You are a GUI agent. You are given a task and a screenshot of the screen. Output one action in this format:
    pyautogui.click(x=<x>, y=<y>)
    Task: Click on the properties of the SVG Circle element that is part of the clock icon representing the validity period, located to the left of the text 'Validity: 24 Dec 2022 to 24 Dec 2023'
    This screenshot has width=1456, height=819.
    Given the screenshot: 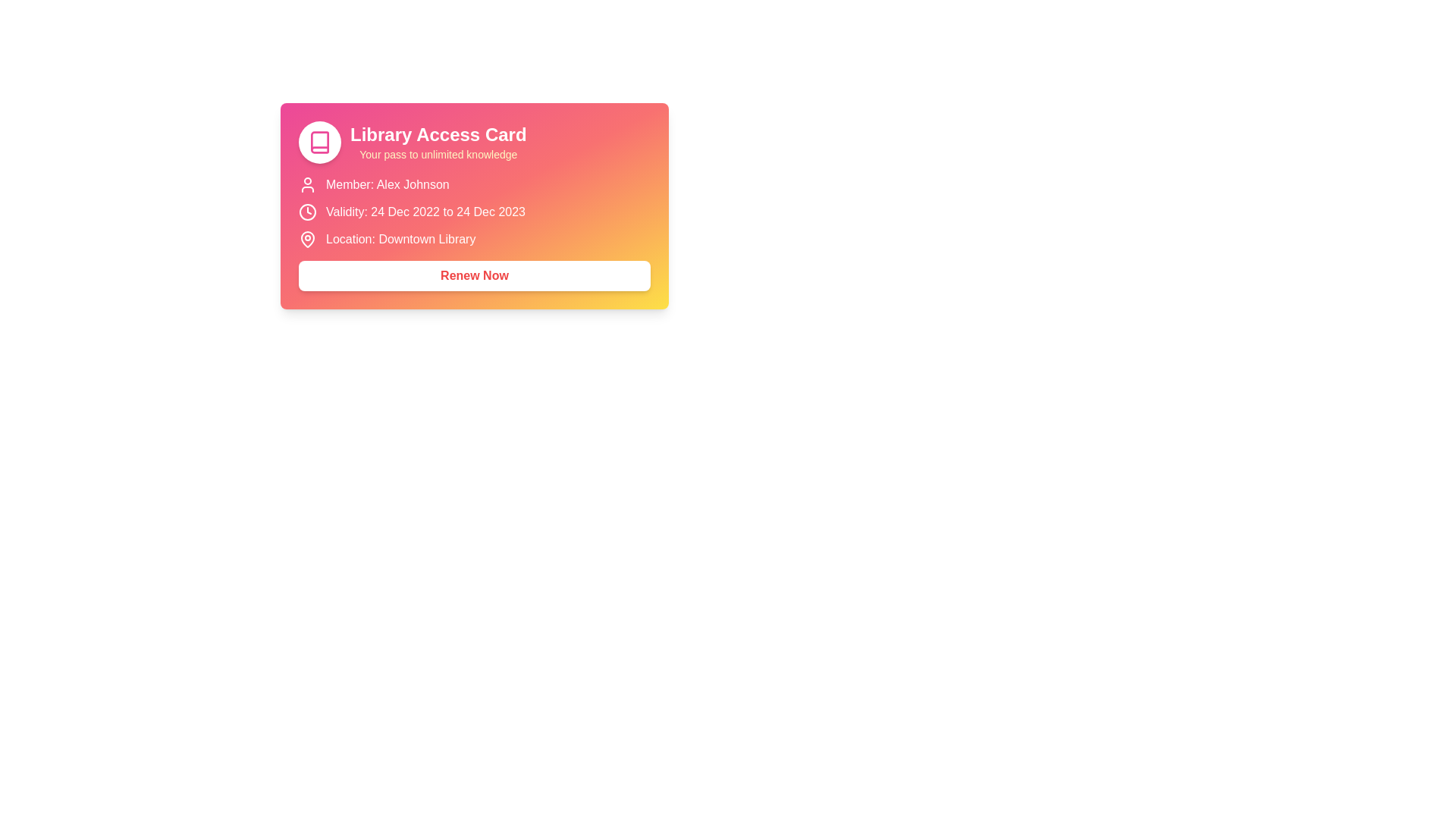 What is the action you would take?
    pyautogui.click(x=307, y=212)
    